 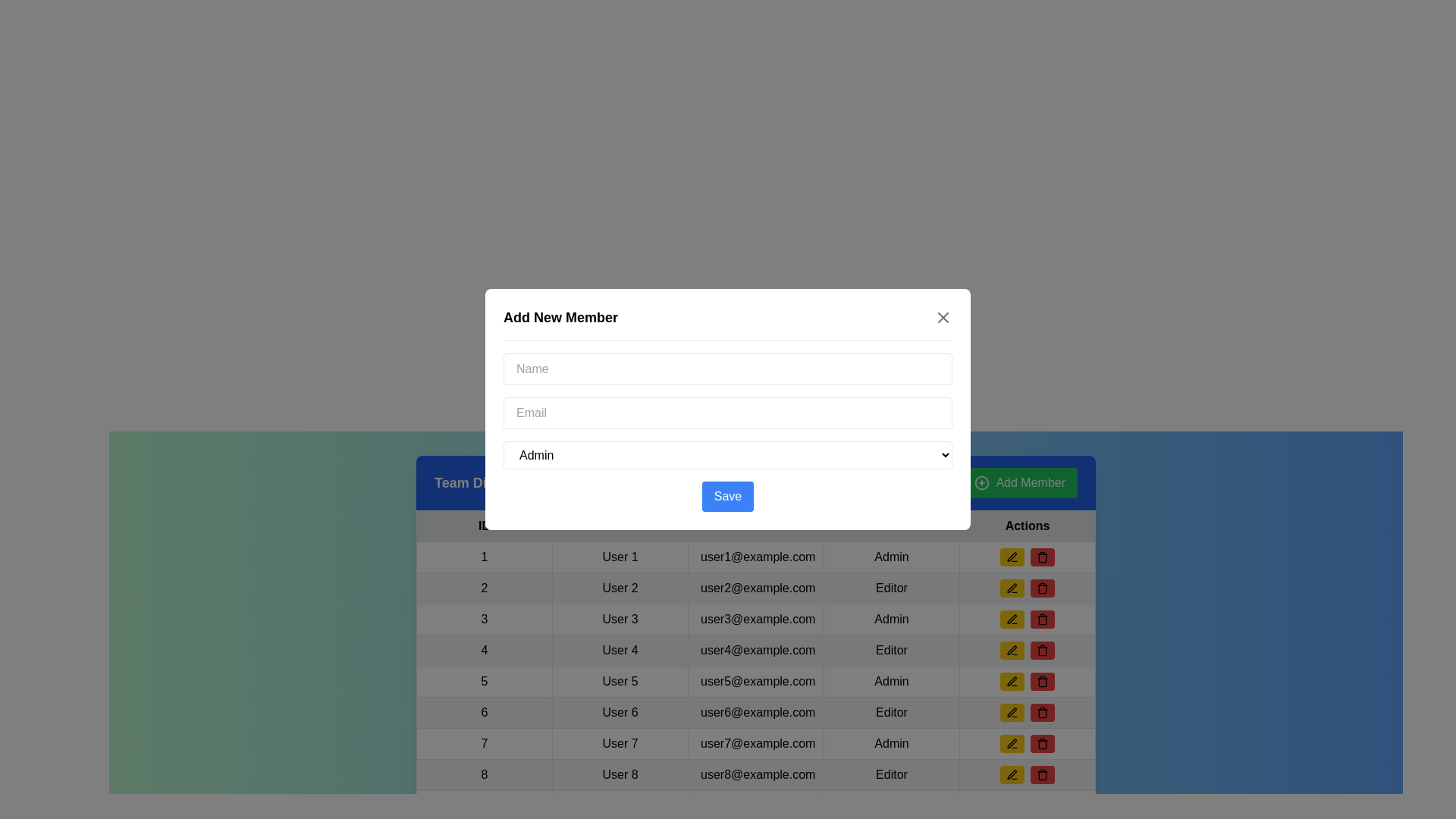 What do you see at coordinates (1027, 680) in the screenshot?
I see `the bright yellow edit button with a black pen icon, which is the first button in the 'Actions' column of the fifth row in the data table` at bounding box center [1027, 680].